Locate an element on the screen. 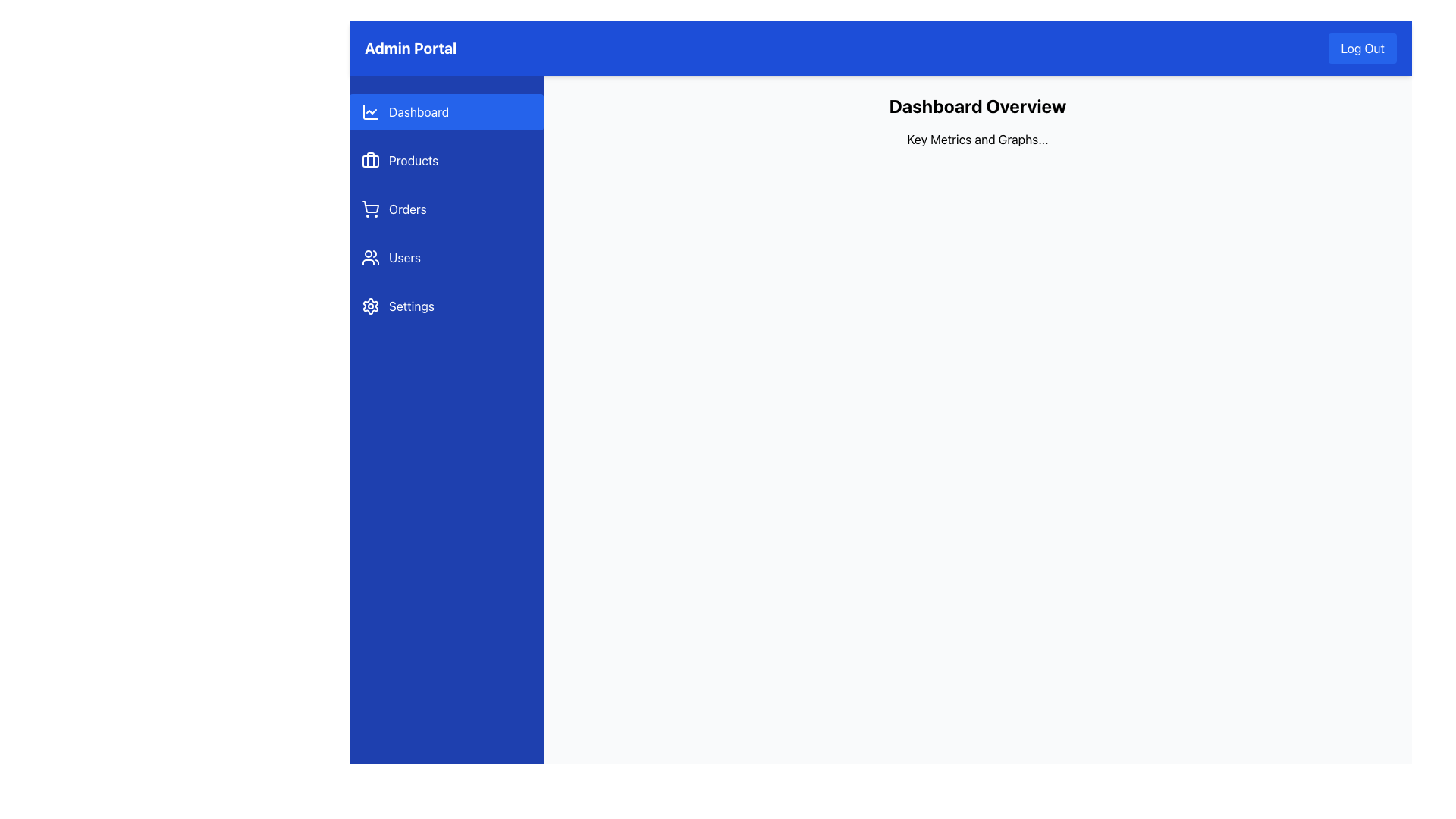 The image size is (1456, 819). the bold text label 'Dashboard Overview' located at the top of the main content area, beneath the blue navigation bar is located at coordinates (977, 105).